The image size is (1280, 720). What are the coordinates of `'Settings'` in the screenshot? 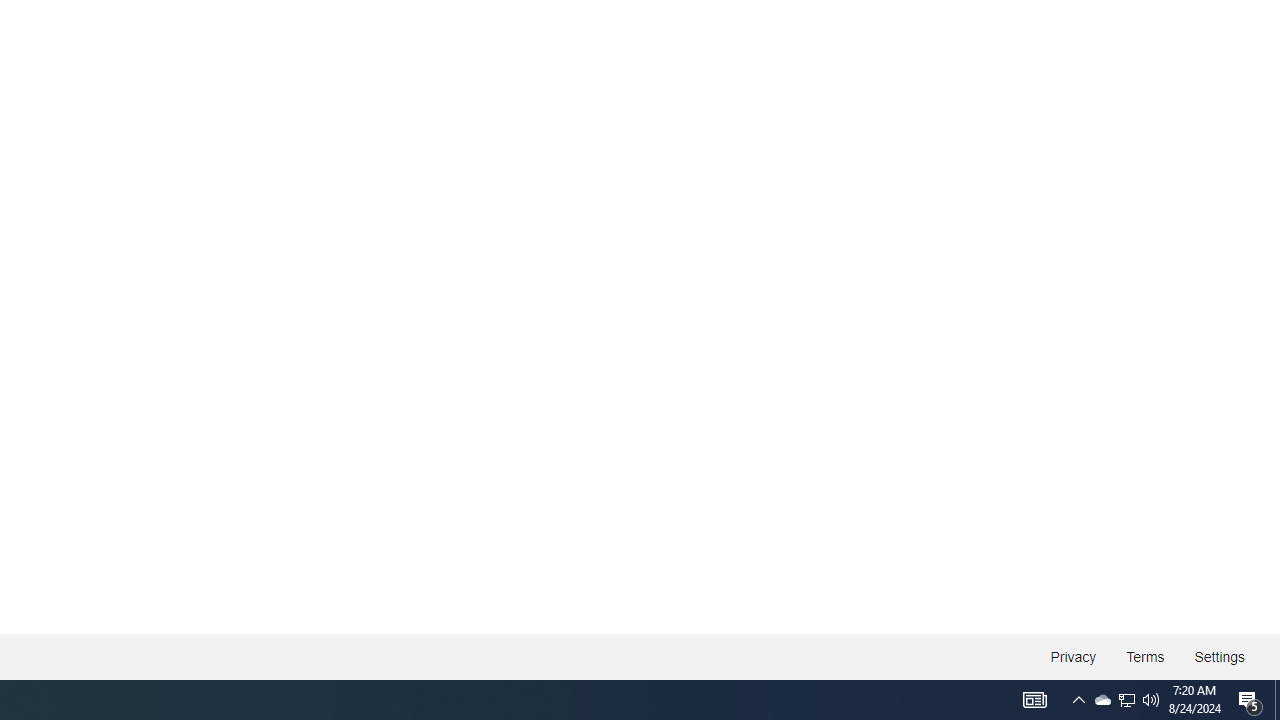 It's located at (1218, 657).